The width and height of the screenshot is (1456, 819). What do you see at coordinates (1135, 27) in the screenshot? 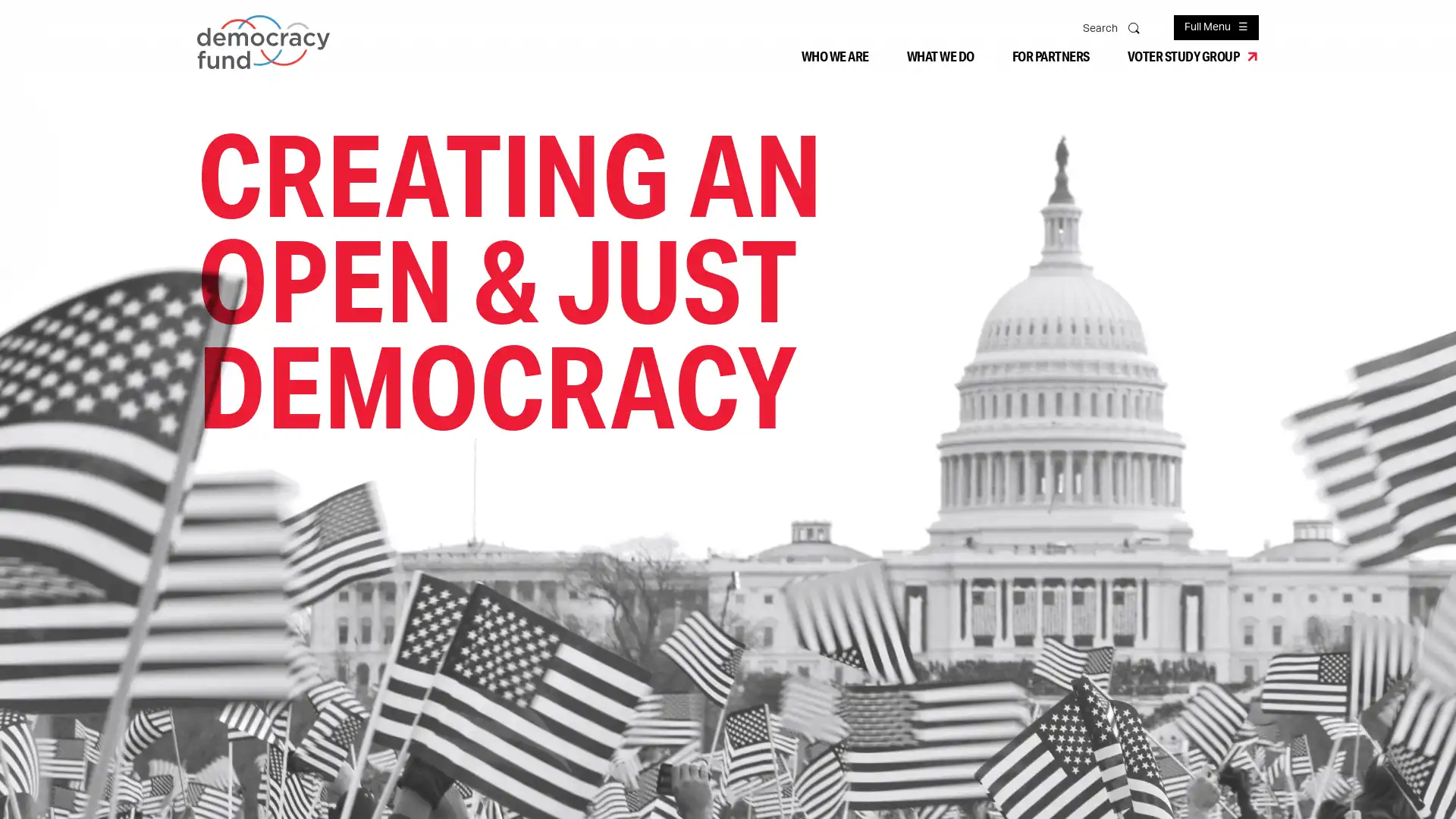
I see `Search` at bounding box center [1135, 27].